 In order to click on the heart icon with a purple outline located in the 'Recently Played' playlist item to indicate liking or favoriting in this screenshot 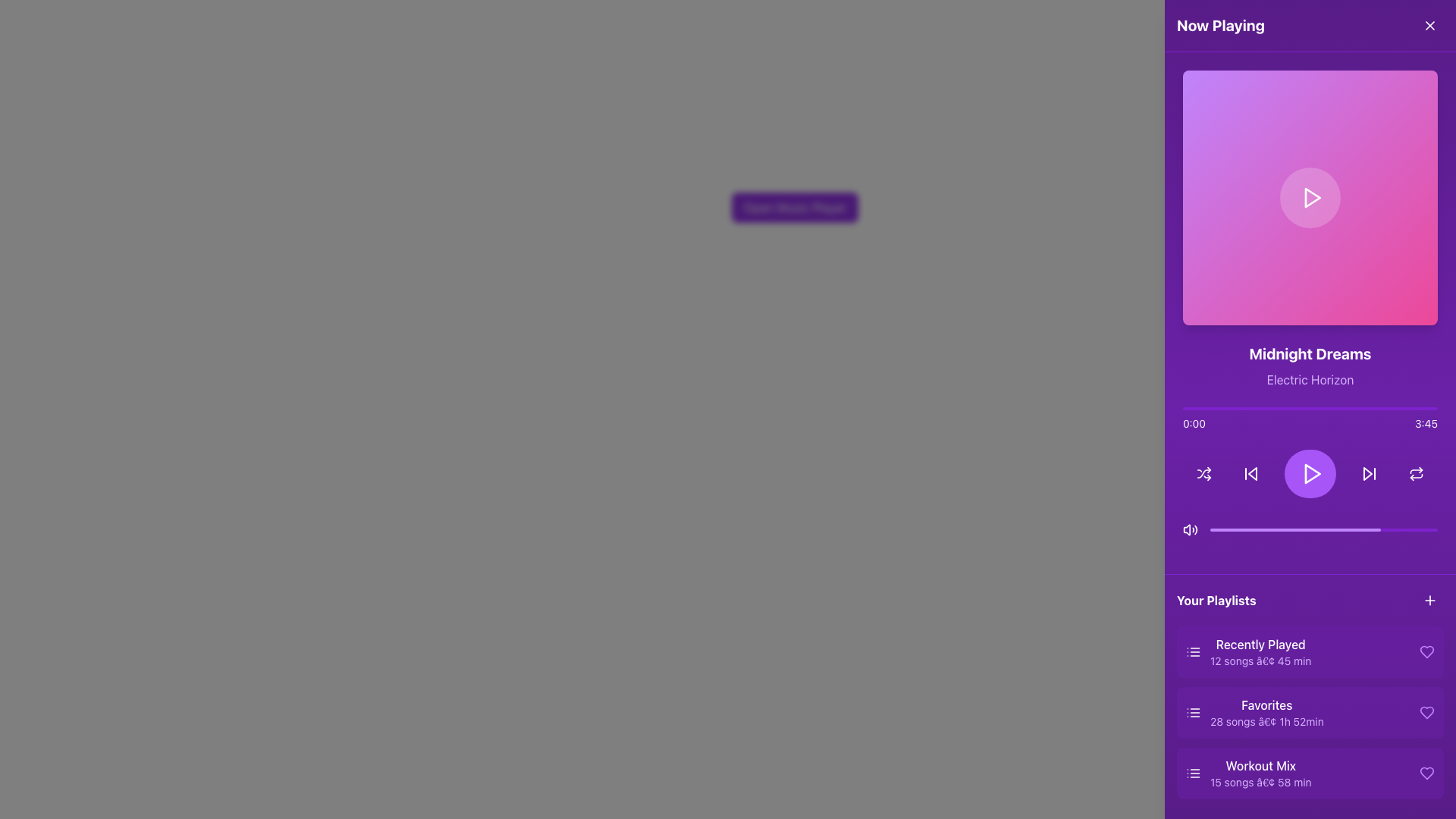, I will do `click(1426, 651)`.